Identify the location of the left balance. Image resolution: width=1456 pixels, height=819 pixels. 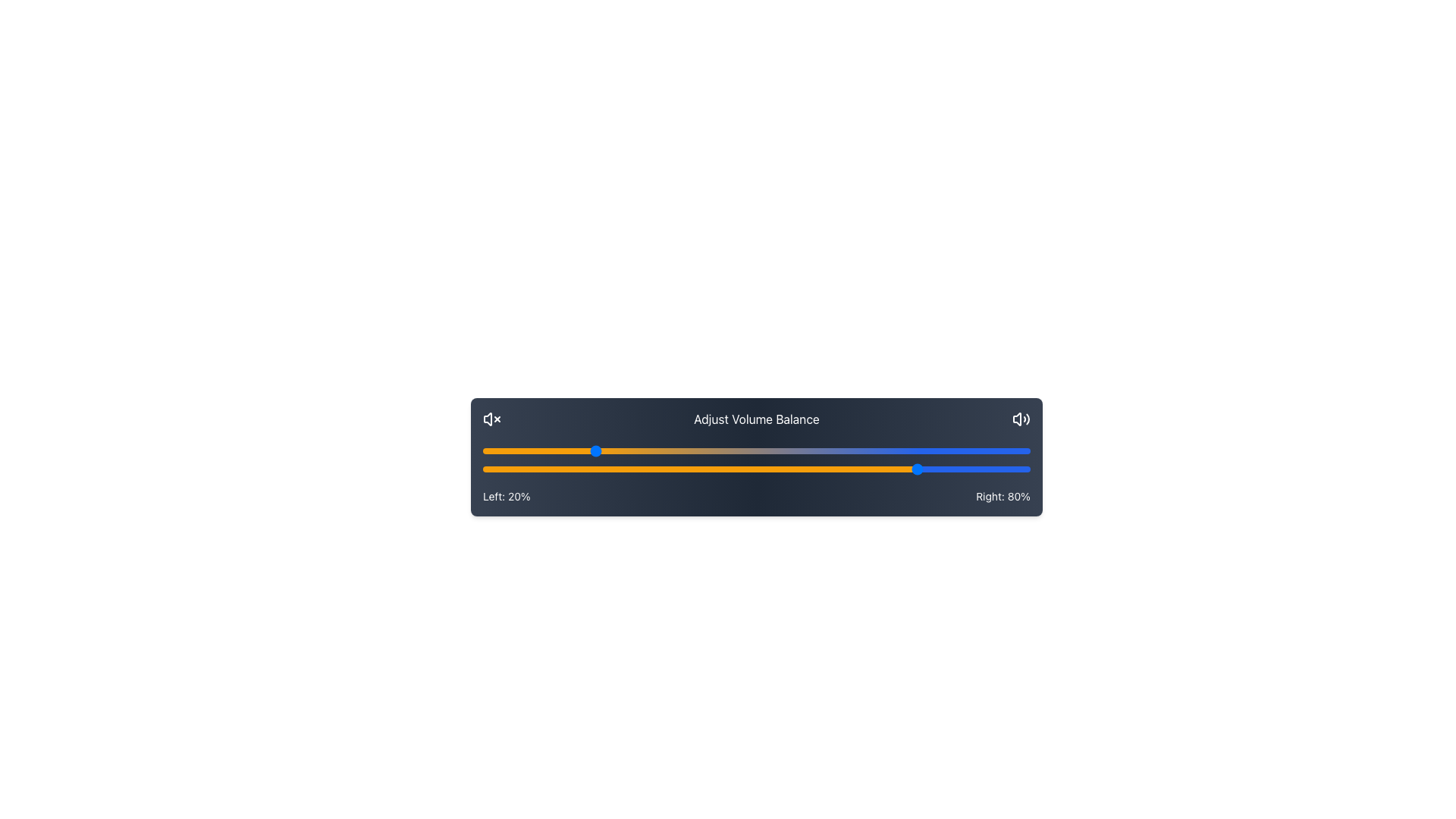
(564, 450).